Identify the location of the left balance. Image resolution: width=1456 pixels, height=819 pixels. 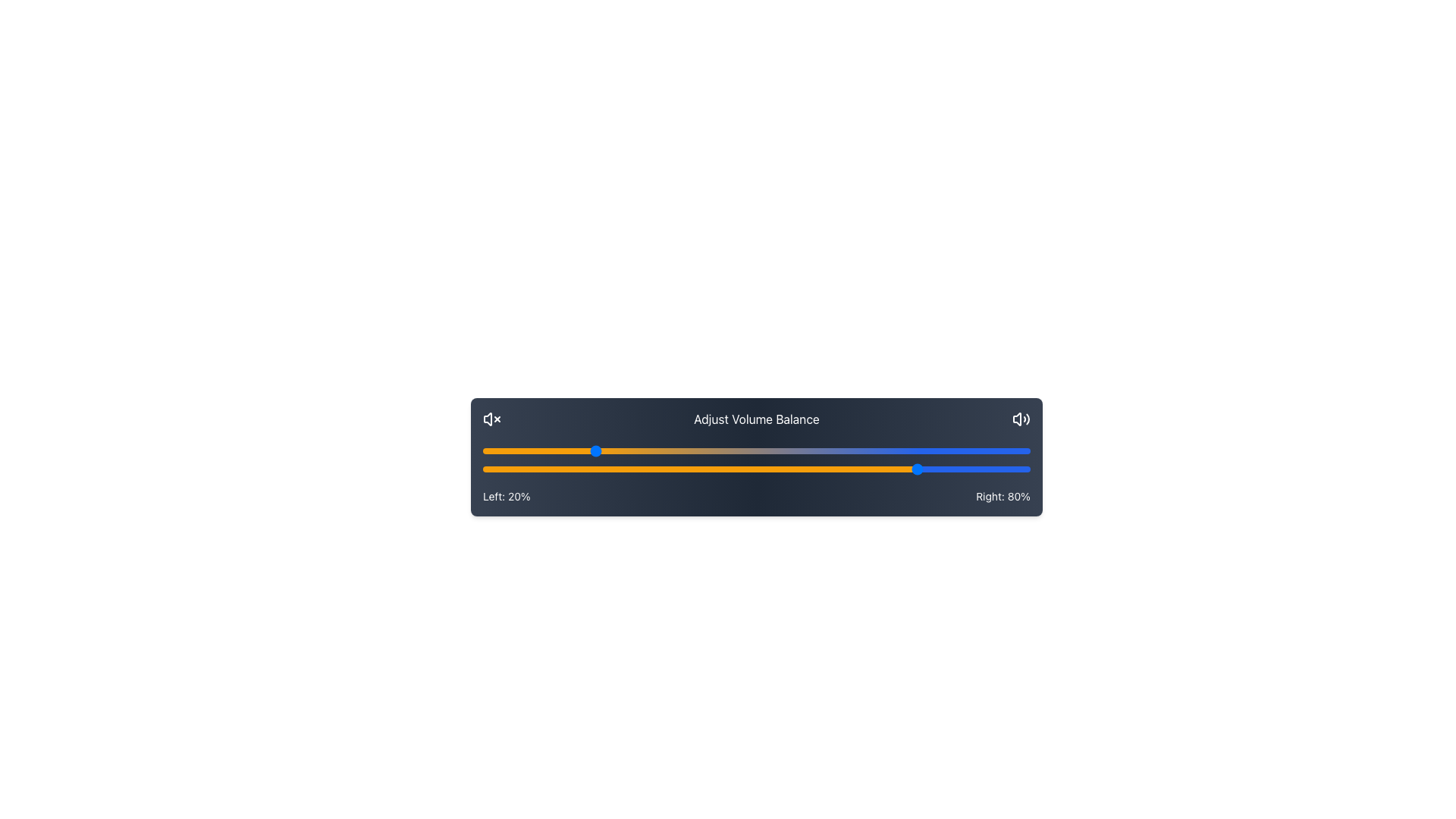
(564, 450).